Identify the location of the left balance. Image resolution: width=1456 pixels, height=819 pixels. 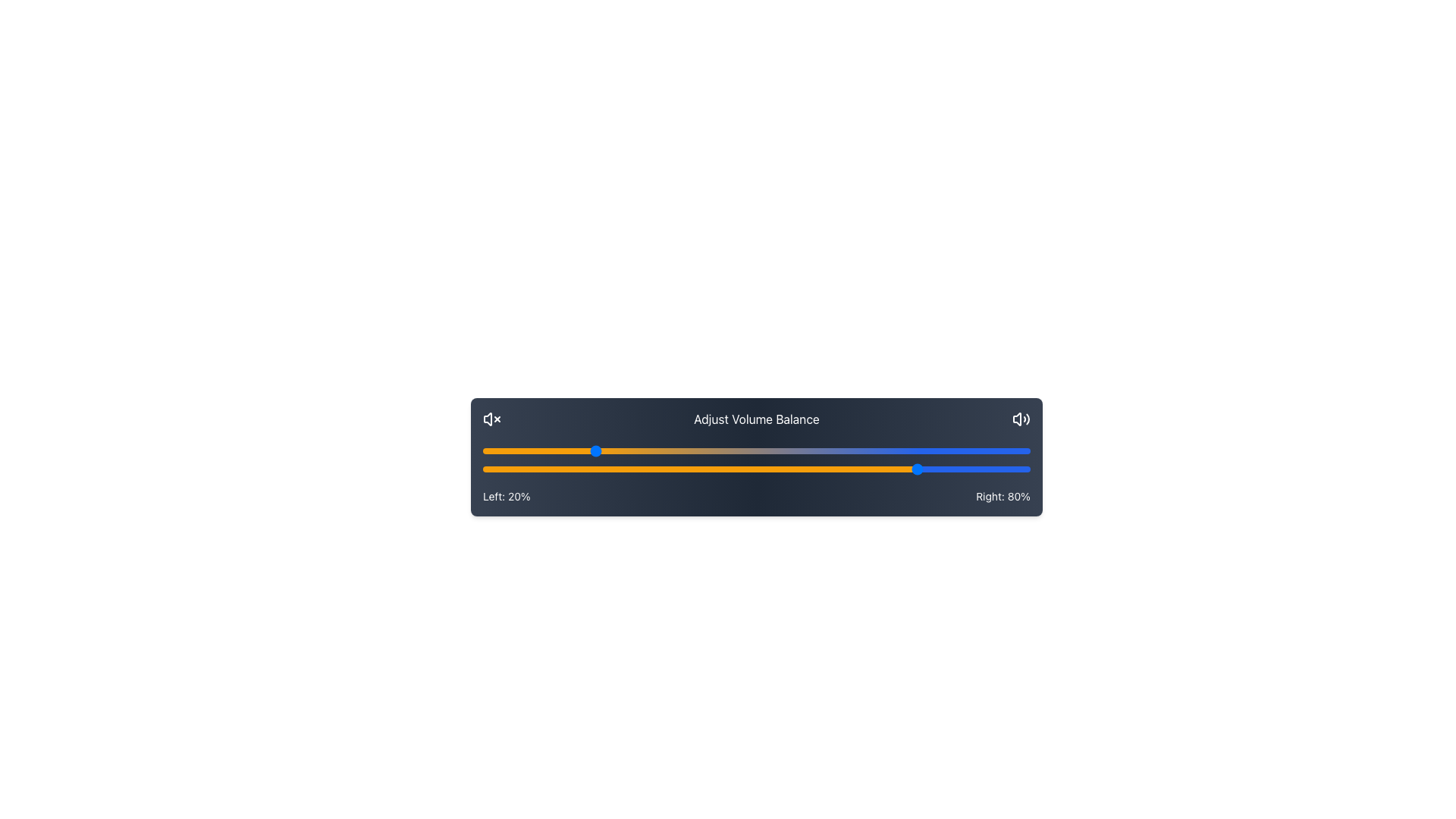
(564, 450).